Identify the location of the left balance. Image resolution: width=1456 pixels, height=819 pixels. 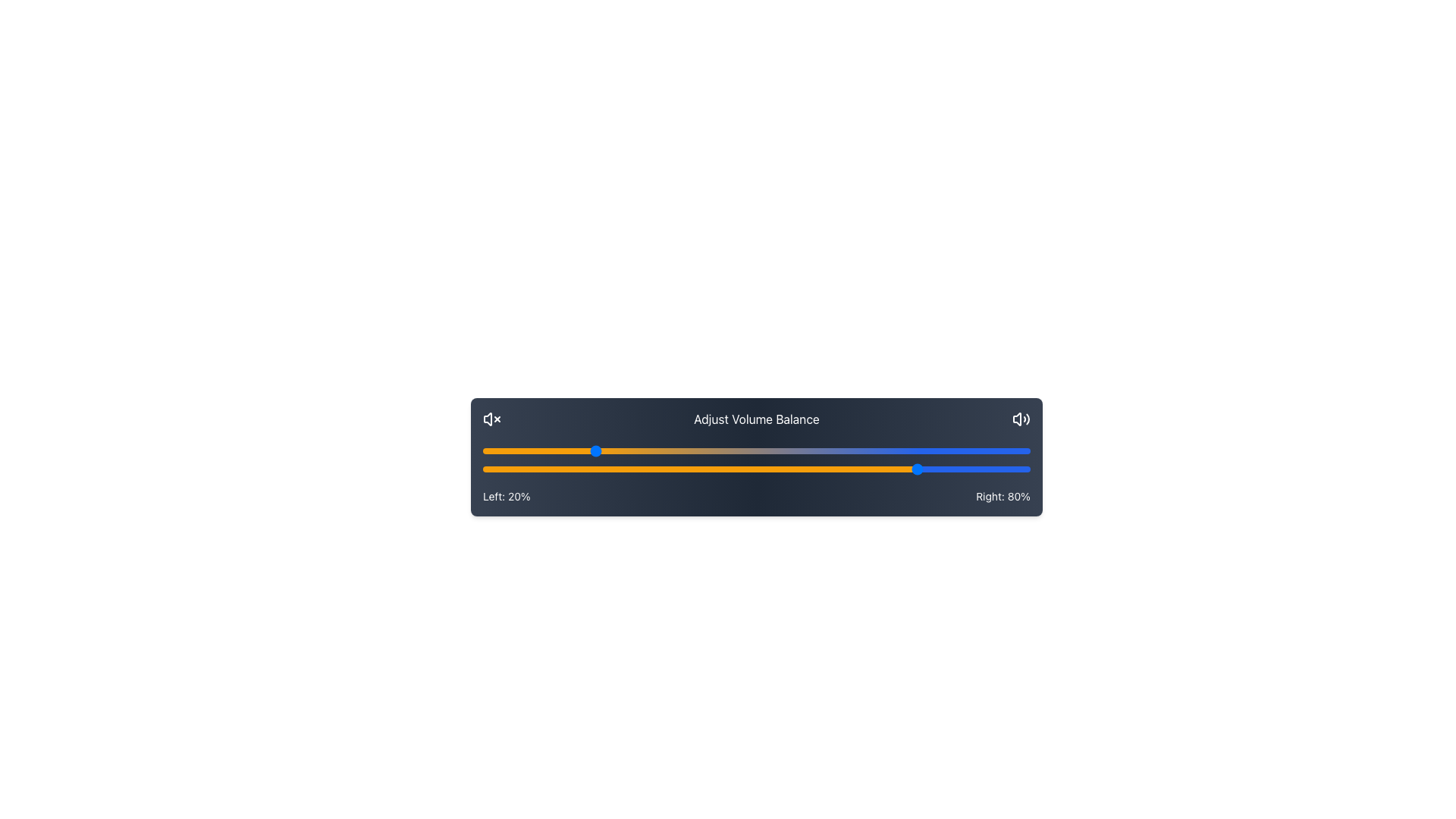
(564, 450).